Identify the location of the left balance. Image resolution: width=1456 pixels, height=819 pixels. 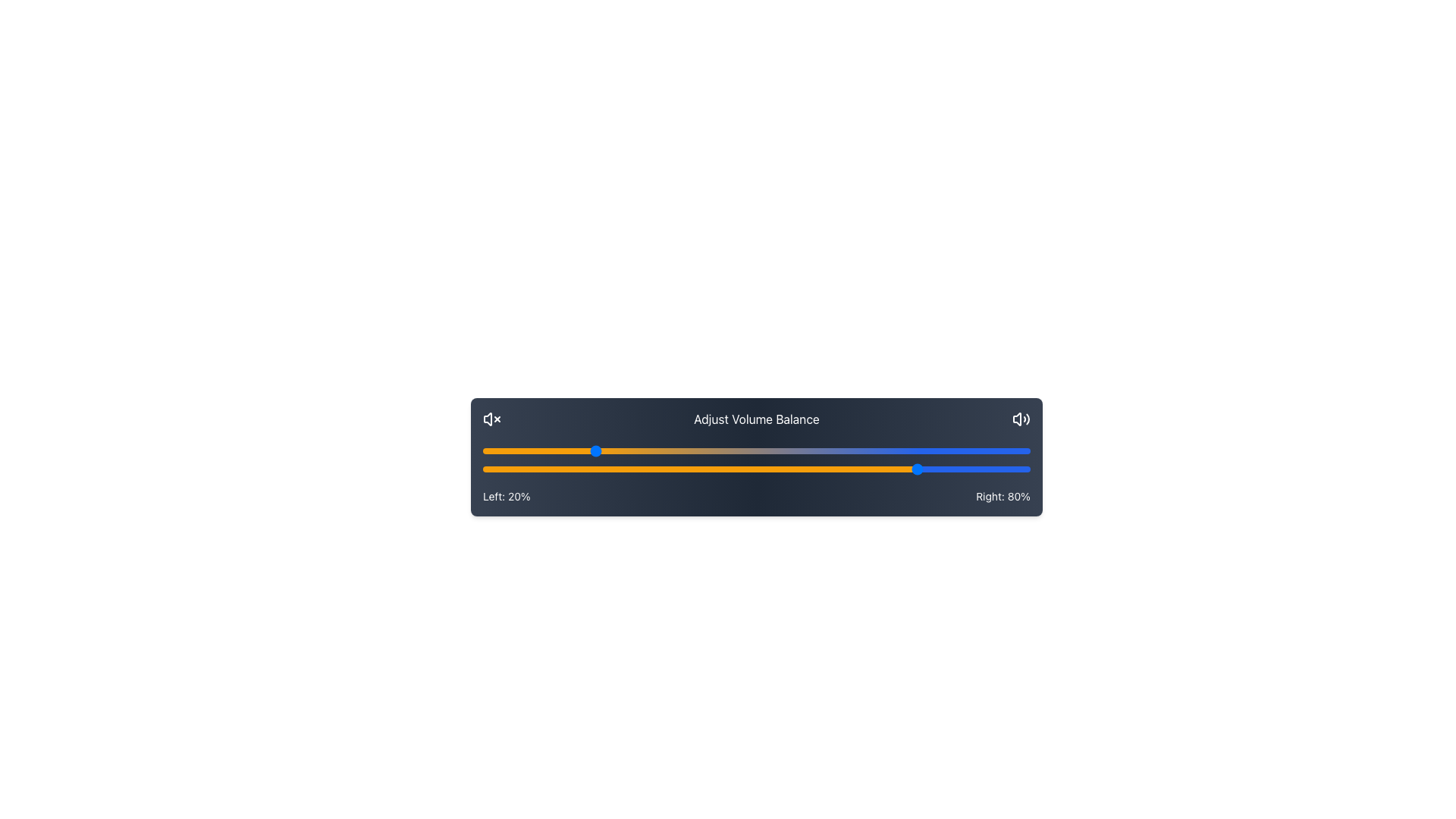
(564, 450).